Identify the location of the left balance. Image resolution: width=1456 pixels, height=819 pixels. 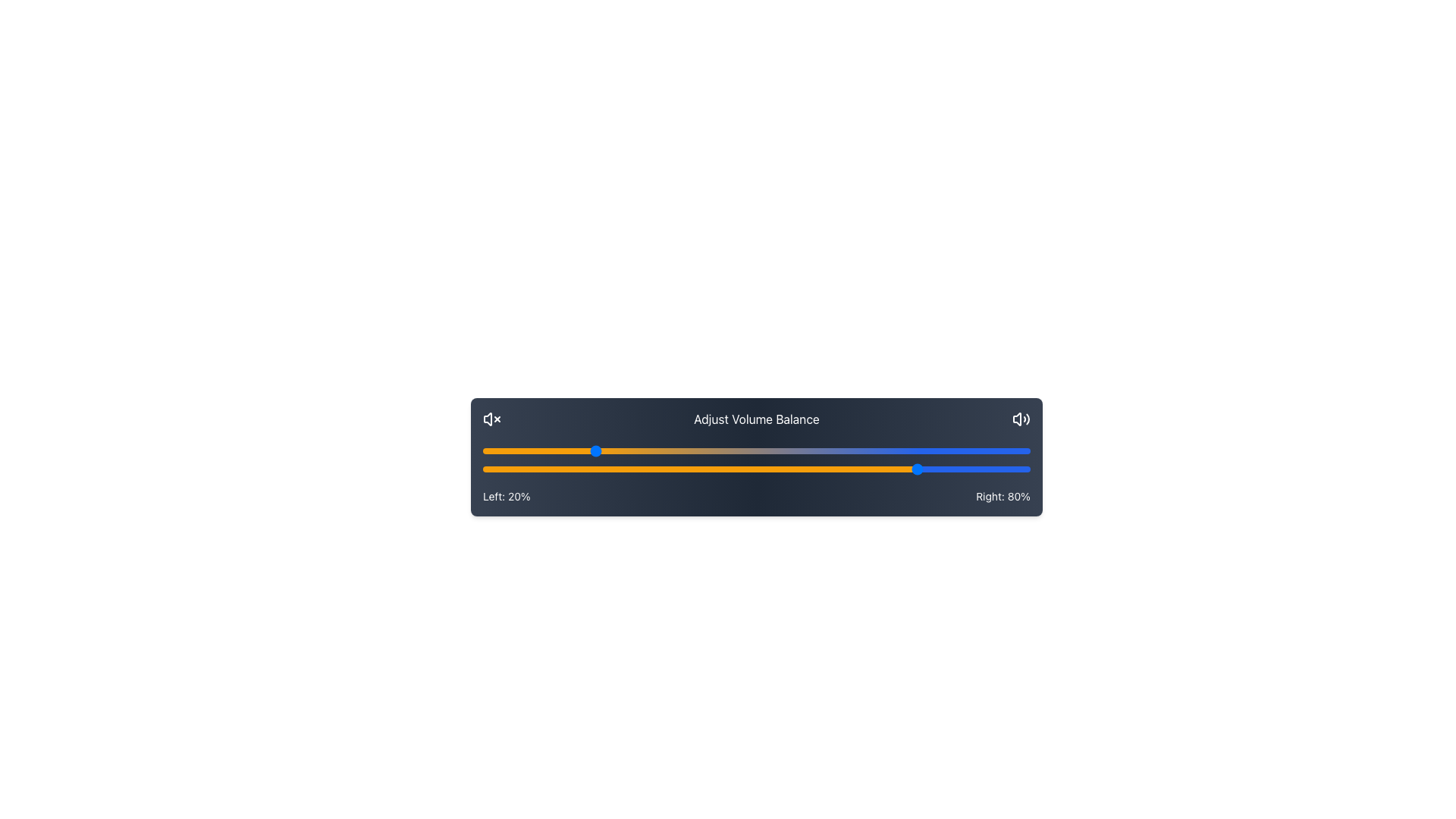
(564, 450).